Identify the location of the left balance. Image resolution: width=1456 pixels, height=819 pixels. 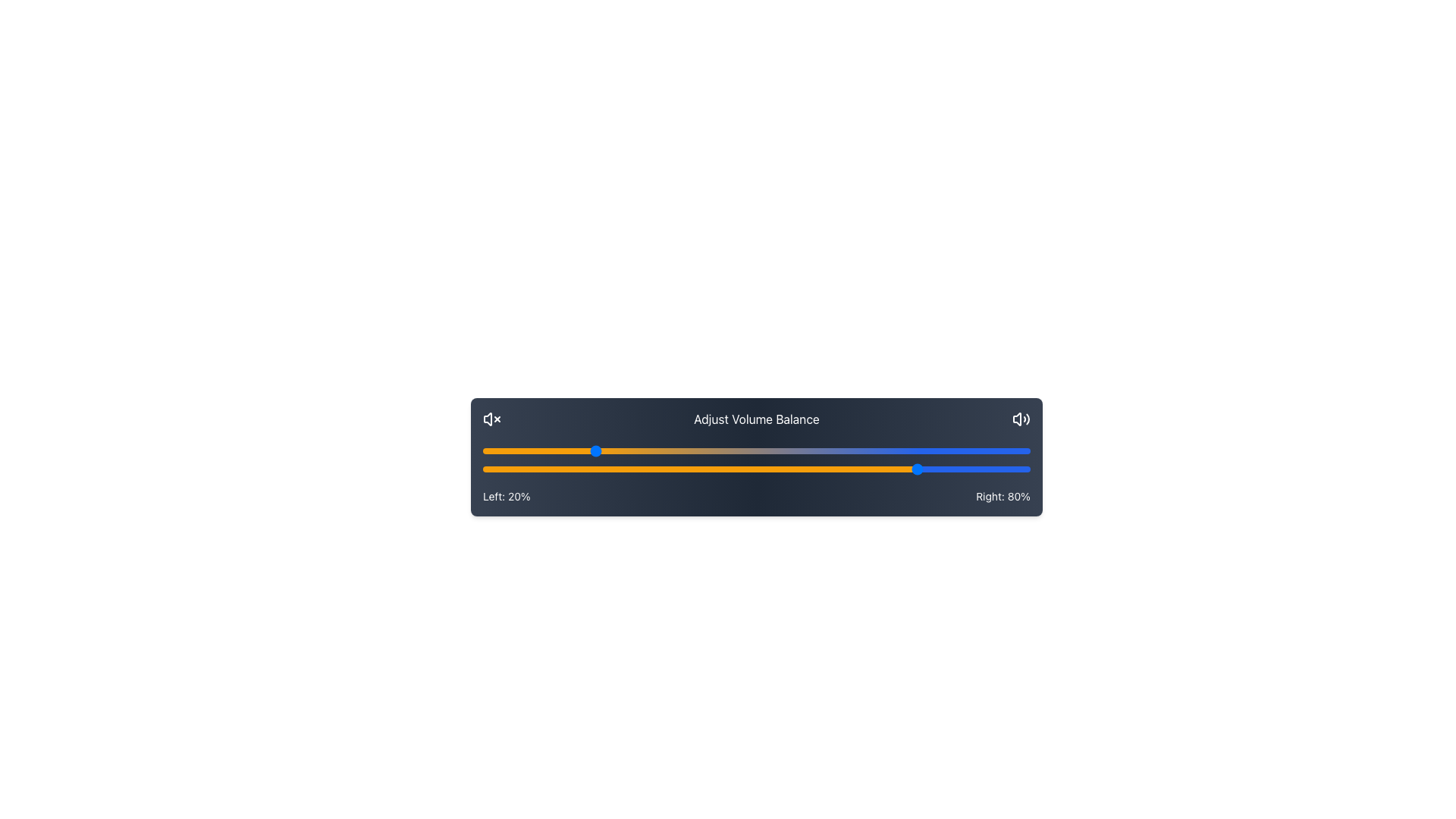
(564, 450).